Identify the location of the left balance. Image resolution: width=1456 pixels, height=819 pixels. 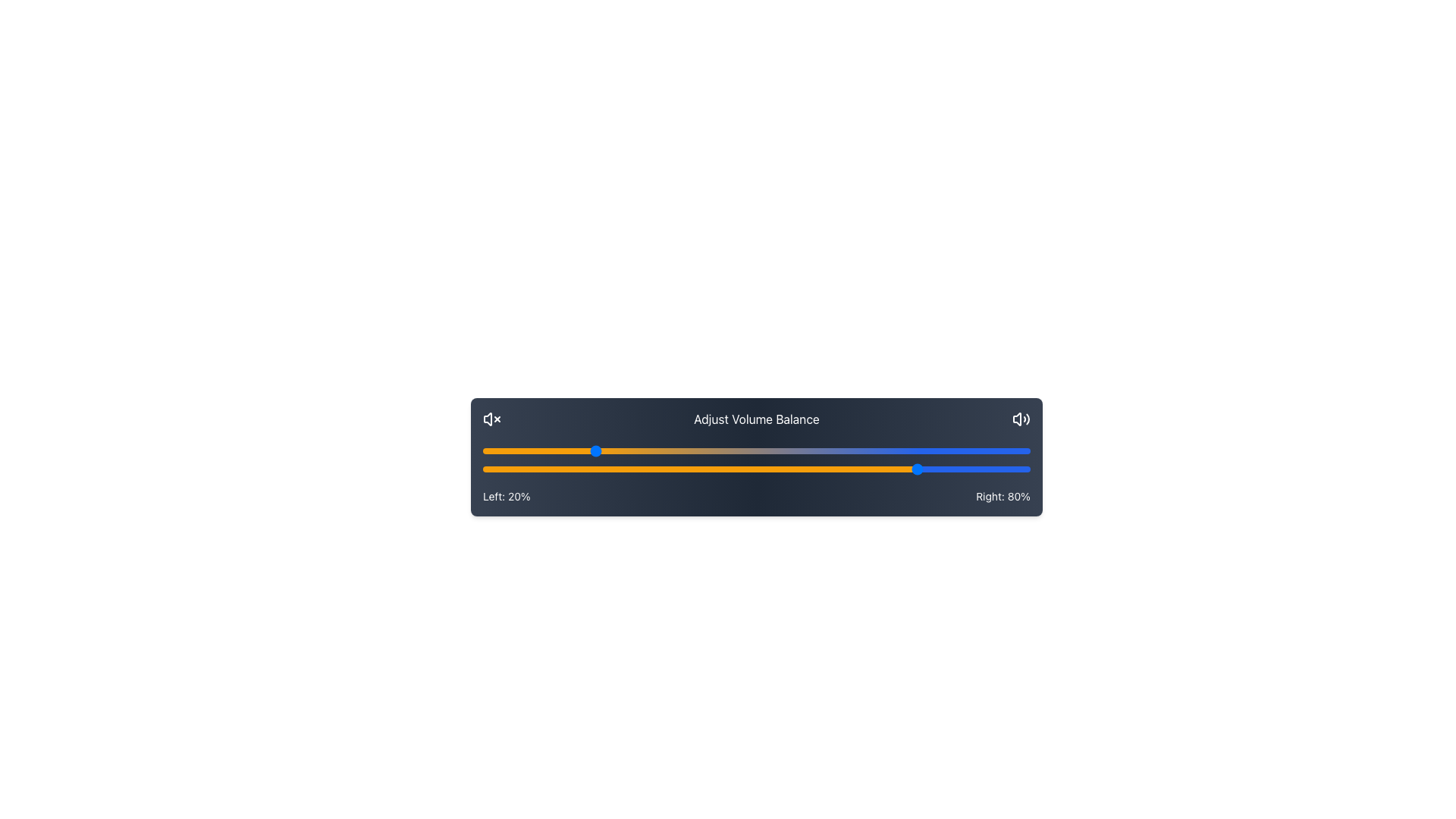
(564, 450).